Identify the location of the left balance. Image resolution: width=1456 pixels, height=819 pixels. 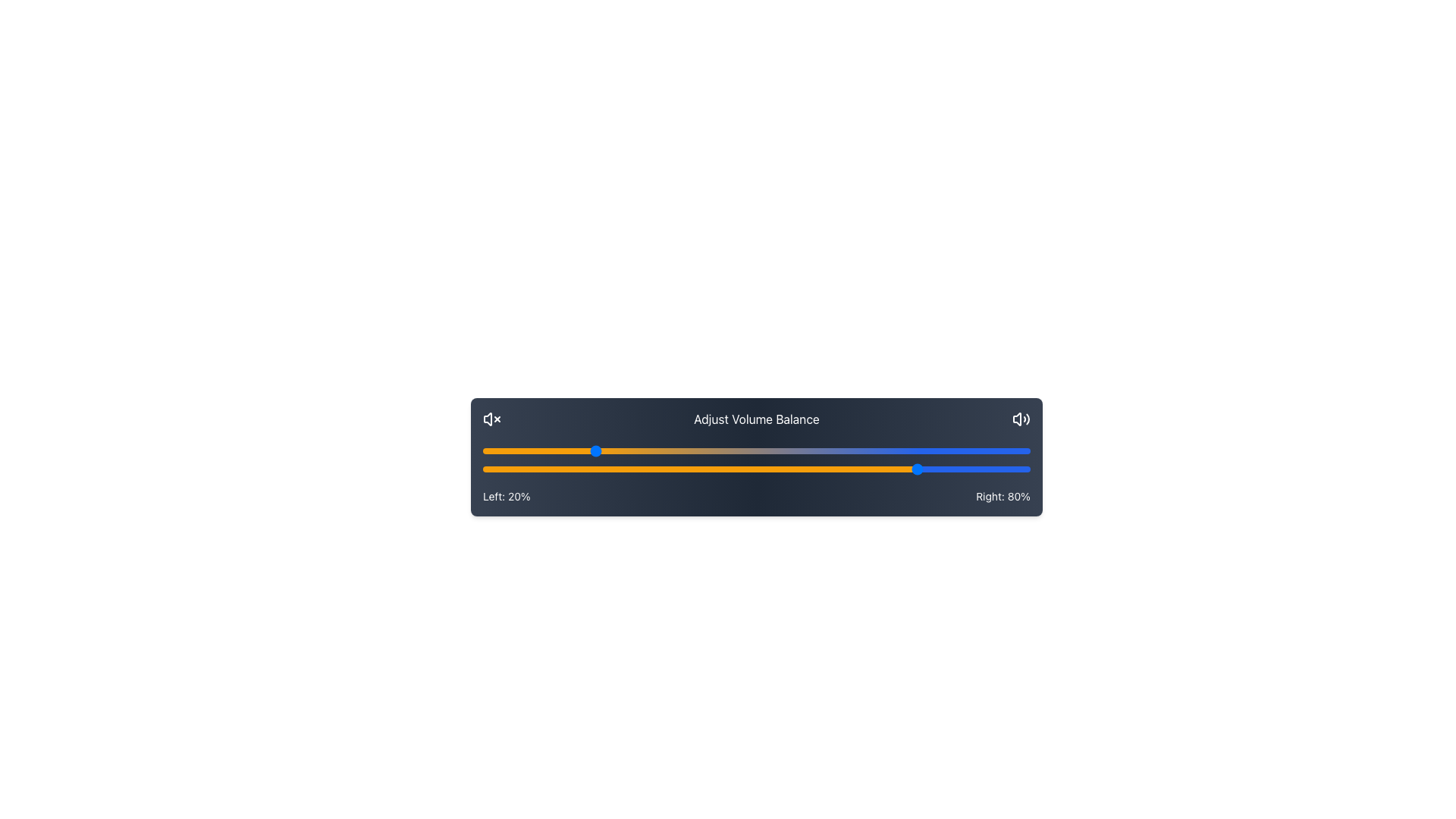
(564, 450).